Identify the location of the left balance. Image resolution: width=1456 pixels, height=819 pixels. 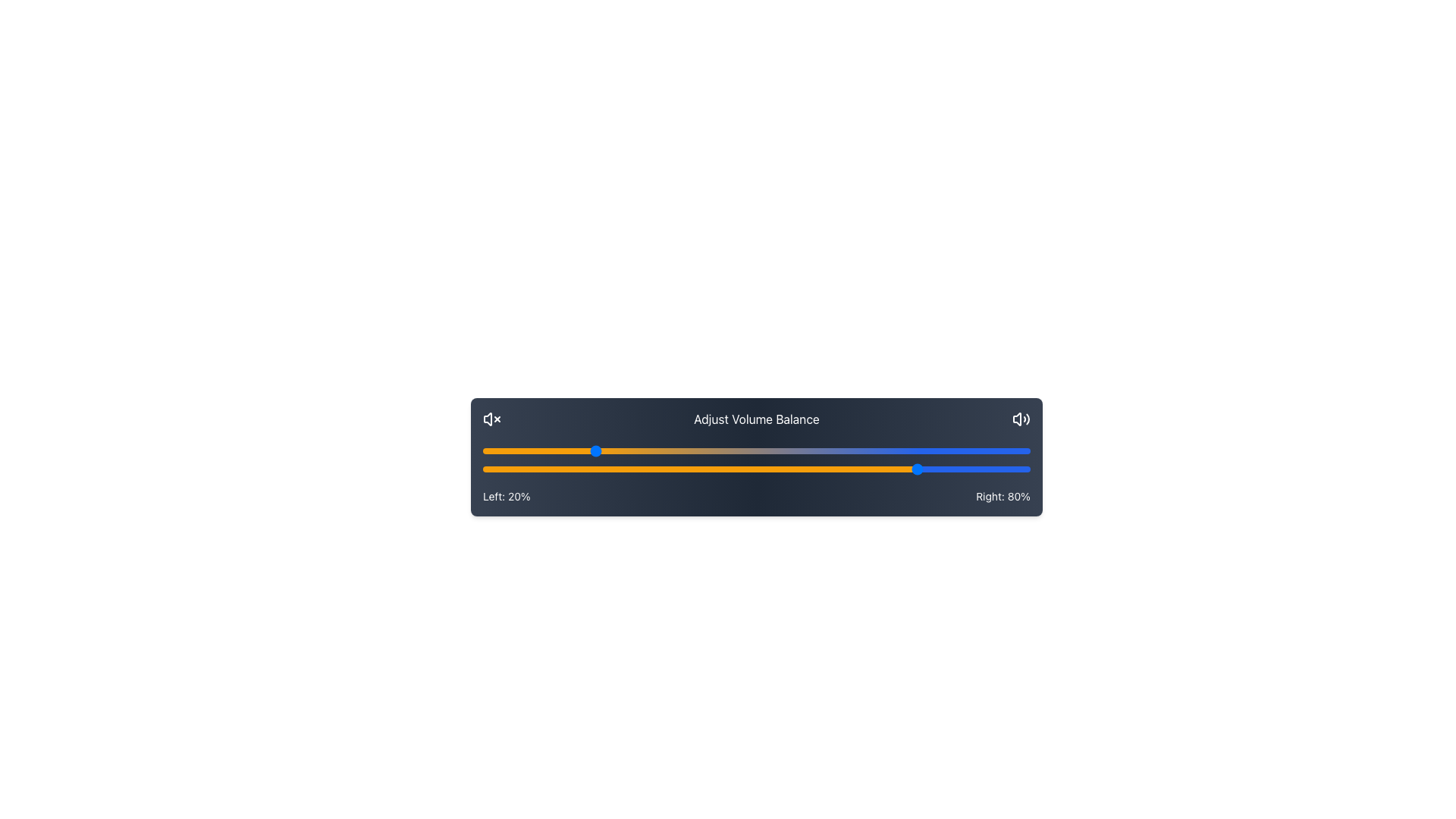
(564, 450).